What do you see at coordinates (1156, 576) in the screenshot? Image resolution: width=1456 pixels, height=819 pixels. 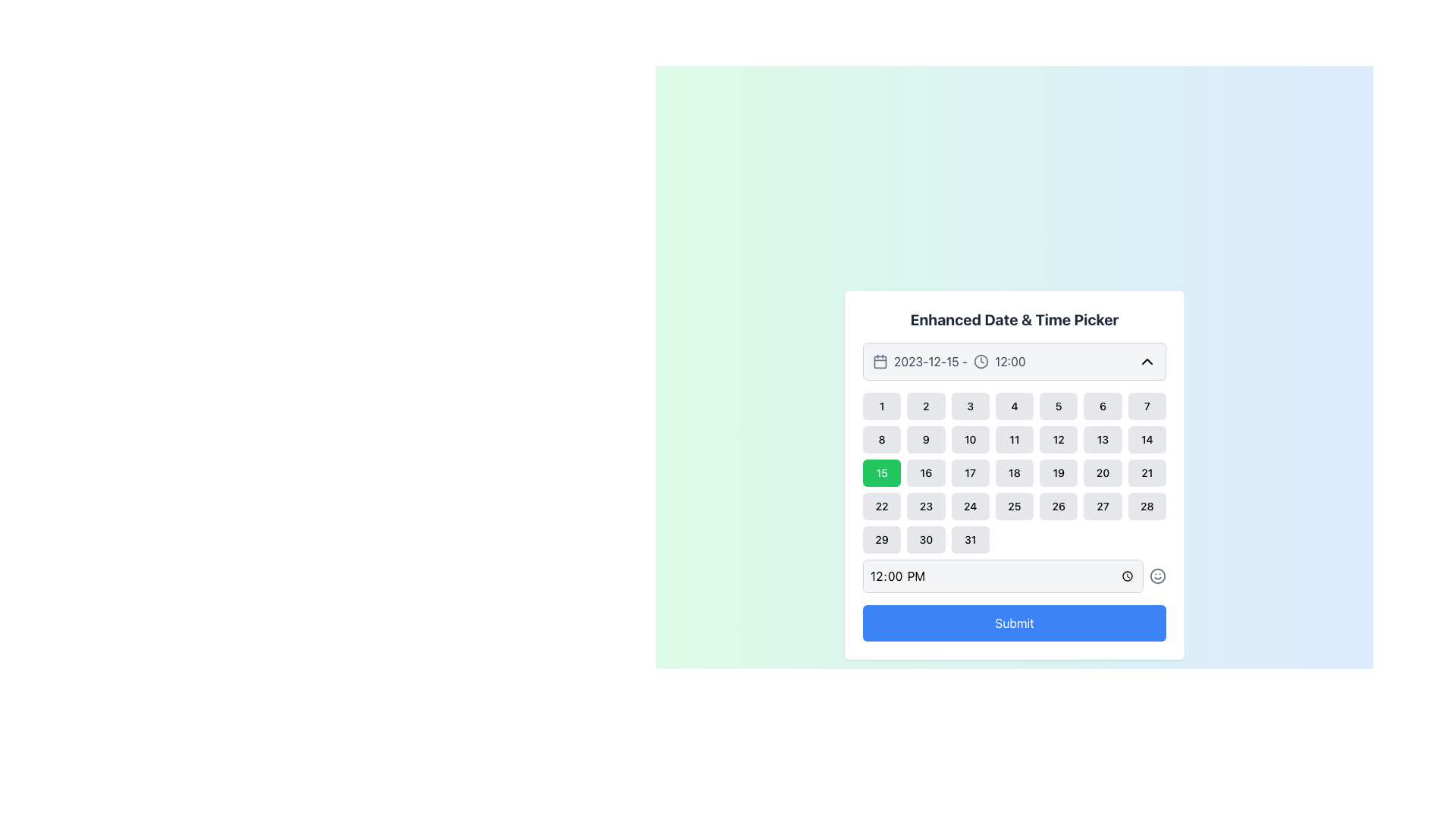 I see `the smiley icon SVG graphic, which features a circular outline with two small dots for eyes and a curved smiling mouth, located to the right of the time input box` at bounding box center [1156, 576].